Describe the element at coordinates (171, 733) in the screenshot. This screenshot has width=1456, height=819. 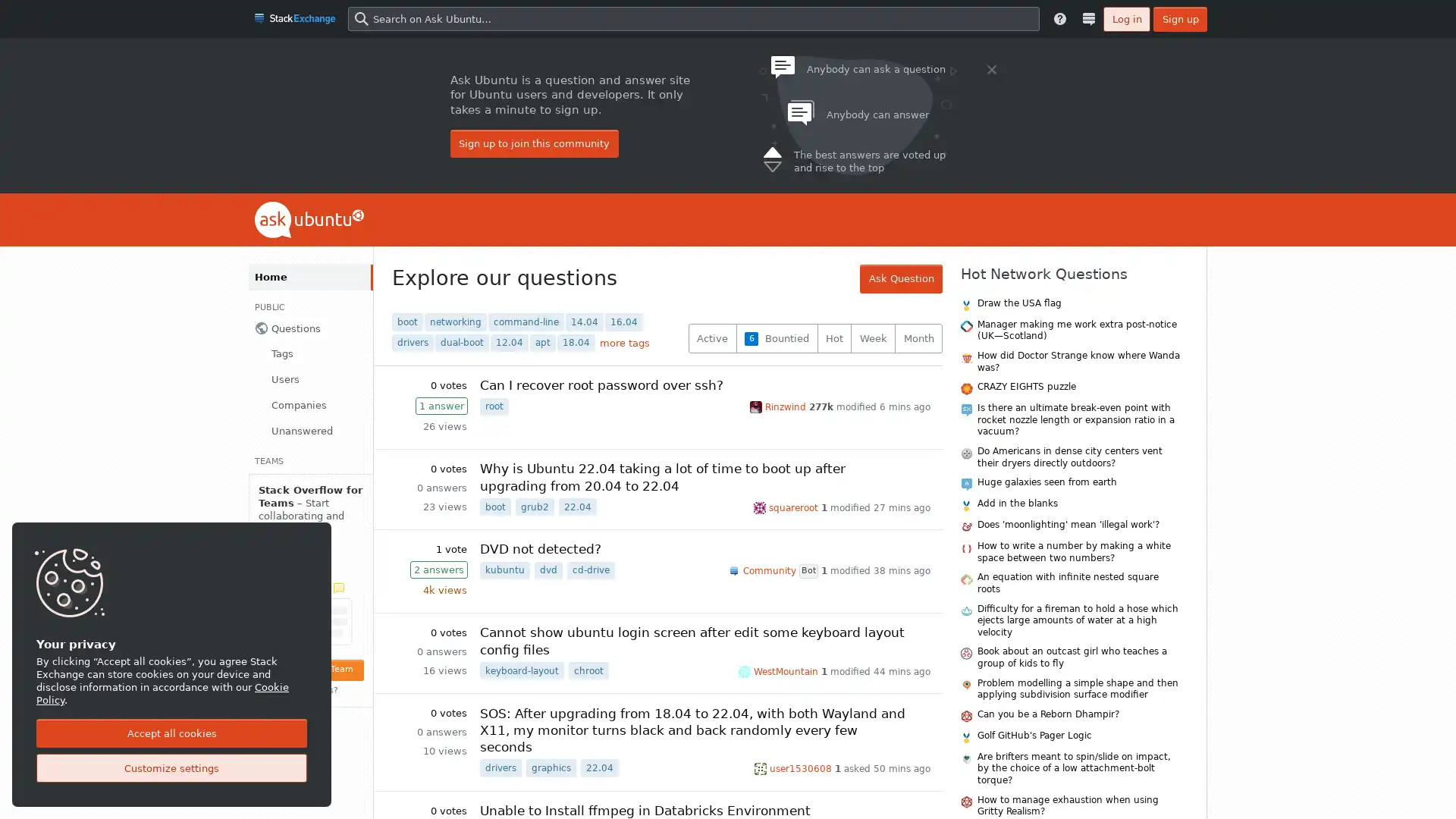
I see `Accept all cookies` at that location.